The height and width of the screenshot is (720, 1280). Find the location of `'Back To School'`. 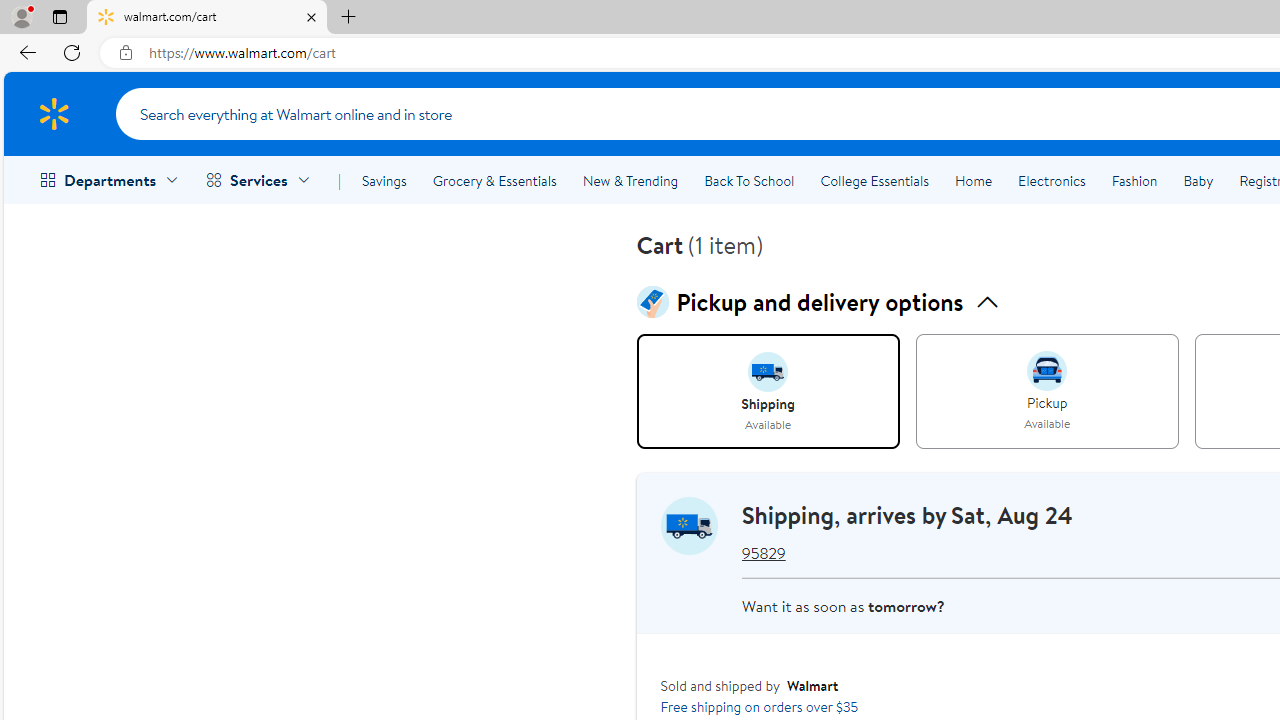

'Back To School' is located at coordinates (748, 181).